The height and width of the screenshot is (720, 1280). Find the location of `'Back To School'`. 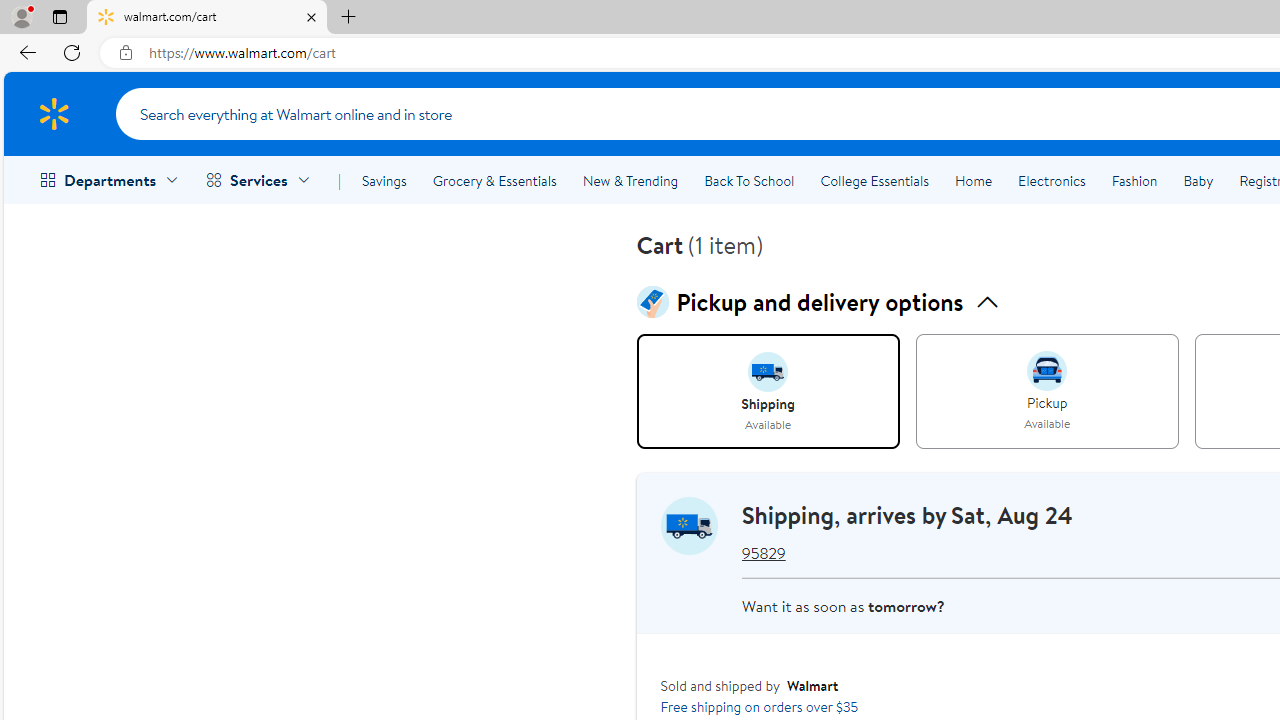

'Back To School' is located at coordinates (748, 181).